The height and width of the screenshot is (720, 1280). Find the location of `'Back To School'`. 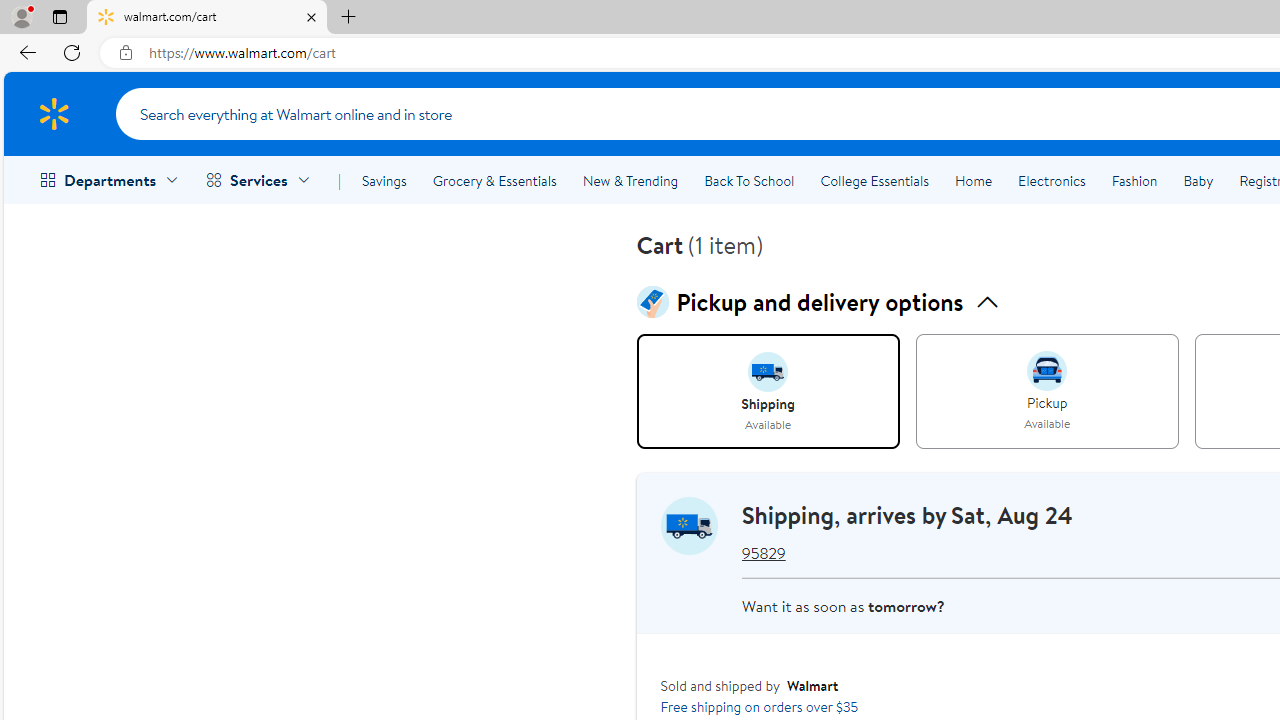

'Back To School' is located at coordinates (748, 181).